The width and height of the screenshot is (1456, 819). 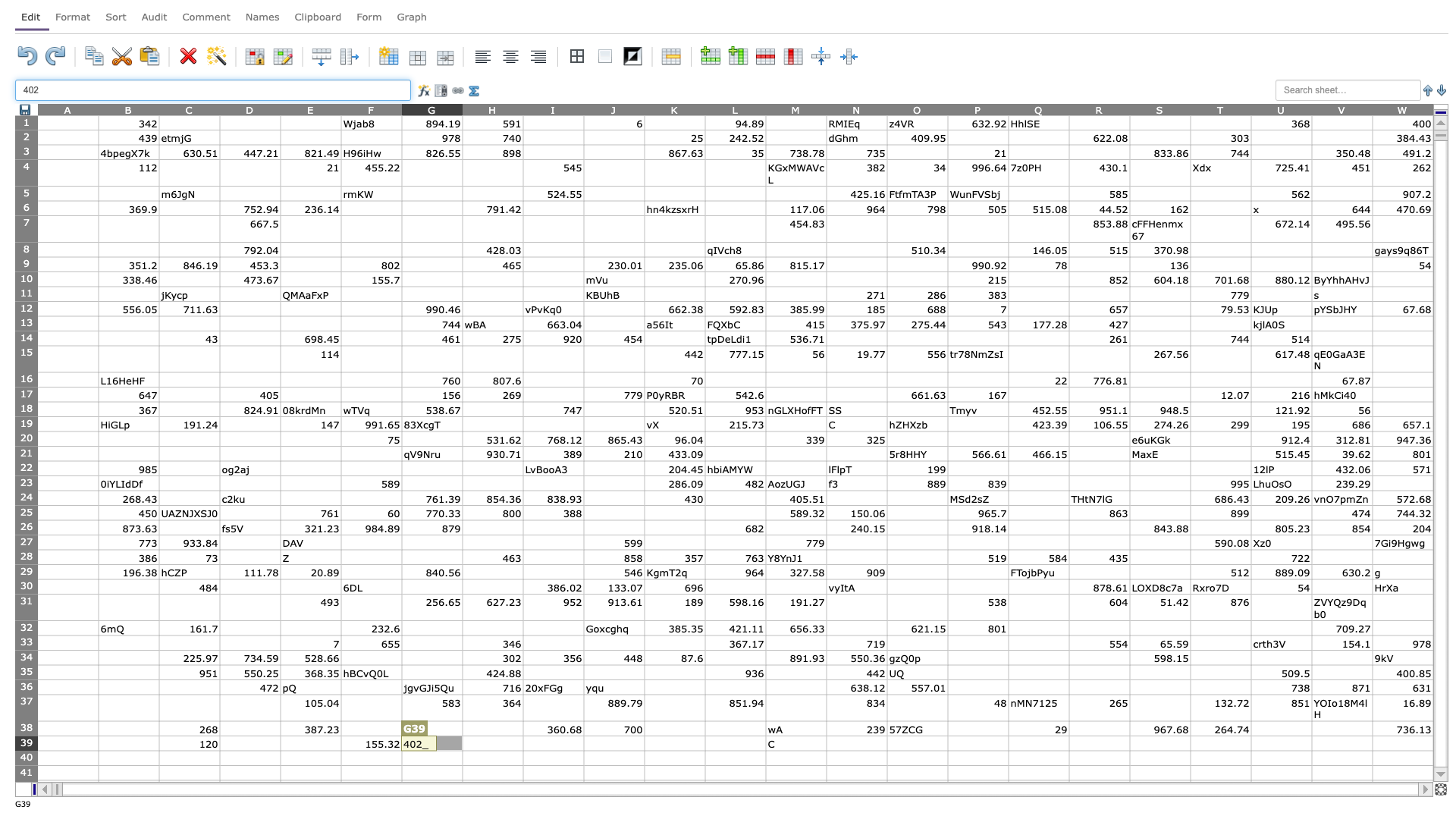 I want to click on Left side boundary of H39, so click(x=461, y=742).